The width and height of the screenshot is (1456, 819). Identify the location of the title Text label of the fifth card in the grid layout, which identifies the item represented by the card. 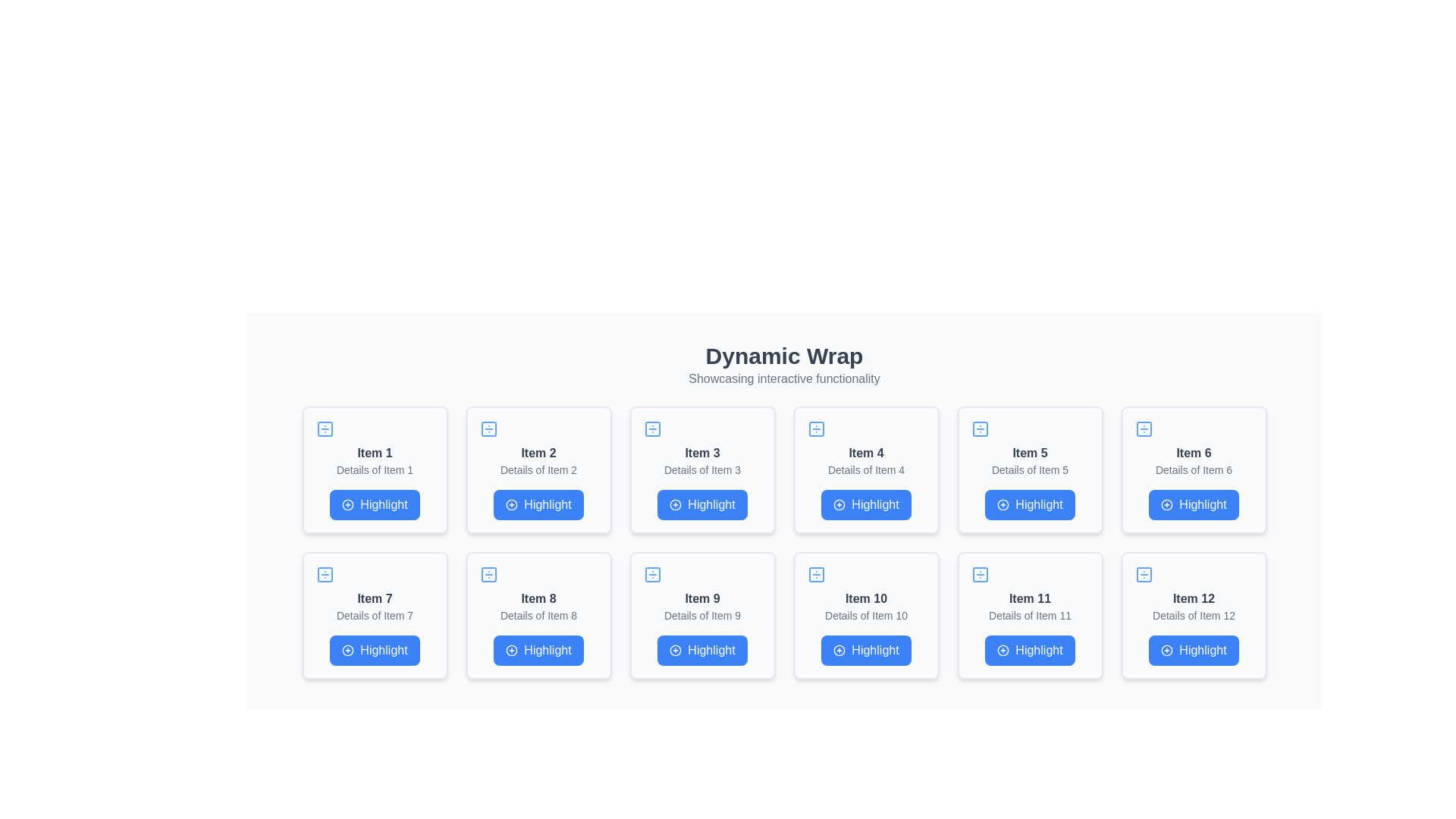
(1030, 452).